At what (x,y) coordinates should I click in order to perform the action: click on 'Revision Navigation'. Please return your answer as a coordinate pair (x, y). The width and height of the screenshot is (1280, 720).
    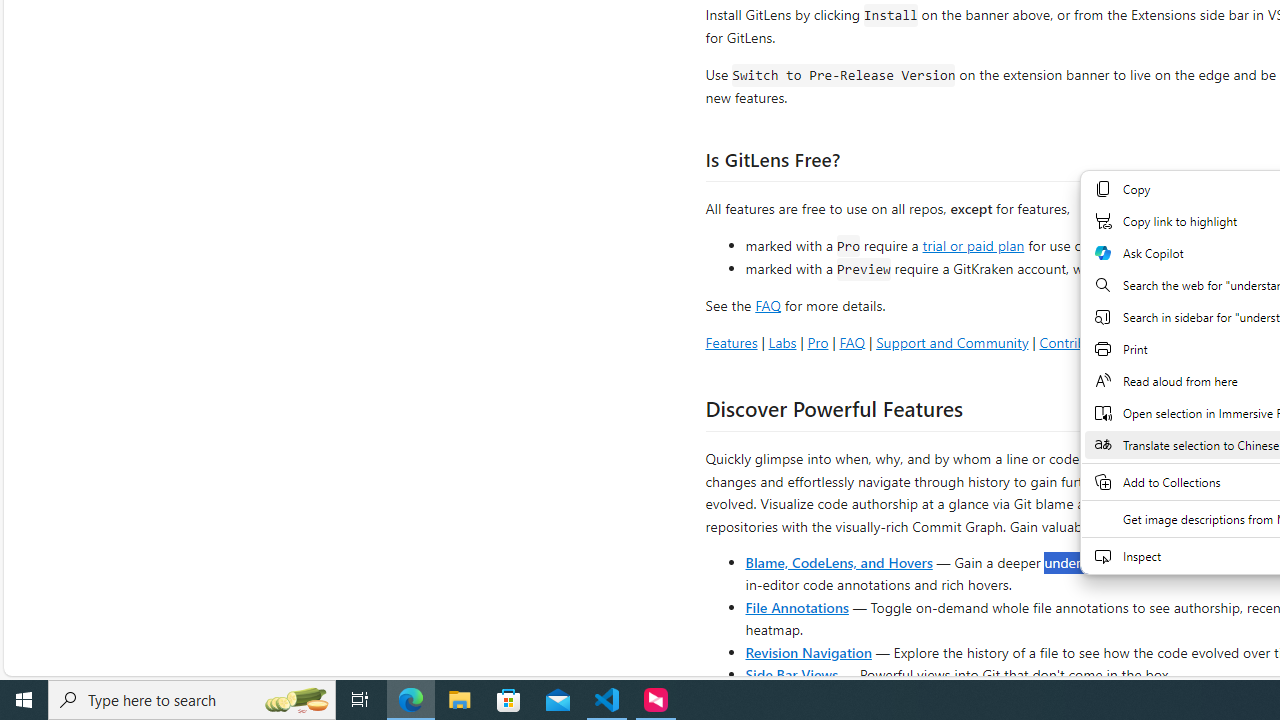
    Looking at the image, I should click on (808, 651).